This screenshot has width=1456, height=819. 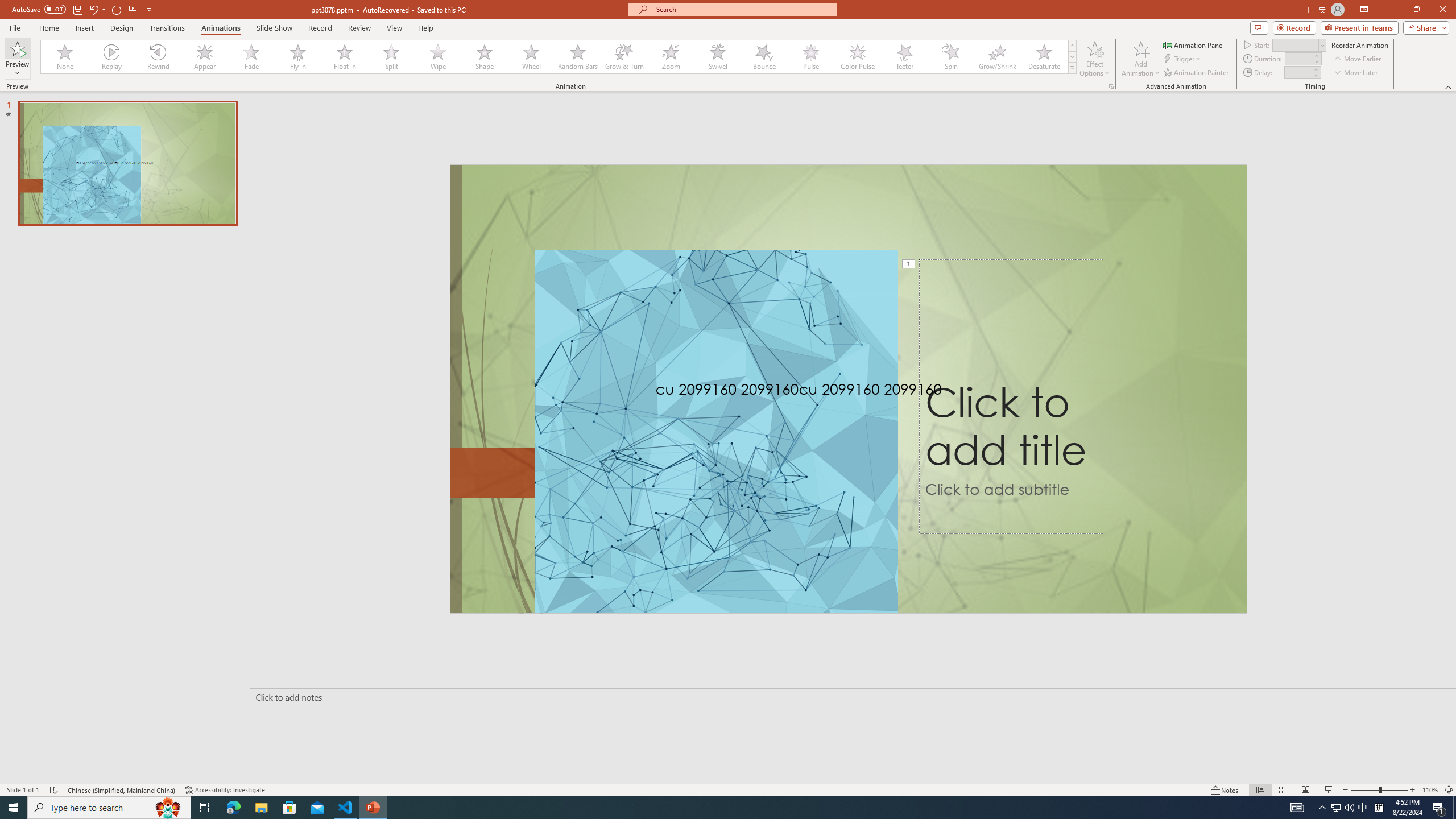 I want to click on 'AutomationID: AnimationGallery', so click(x=559, y=56).